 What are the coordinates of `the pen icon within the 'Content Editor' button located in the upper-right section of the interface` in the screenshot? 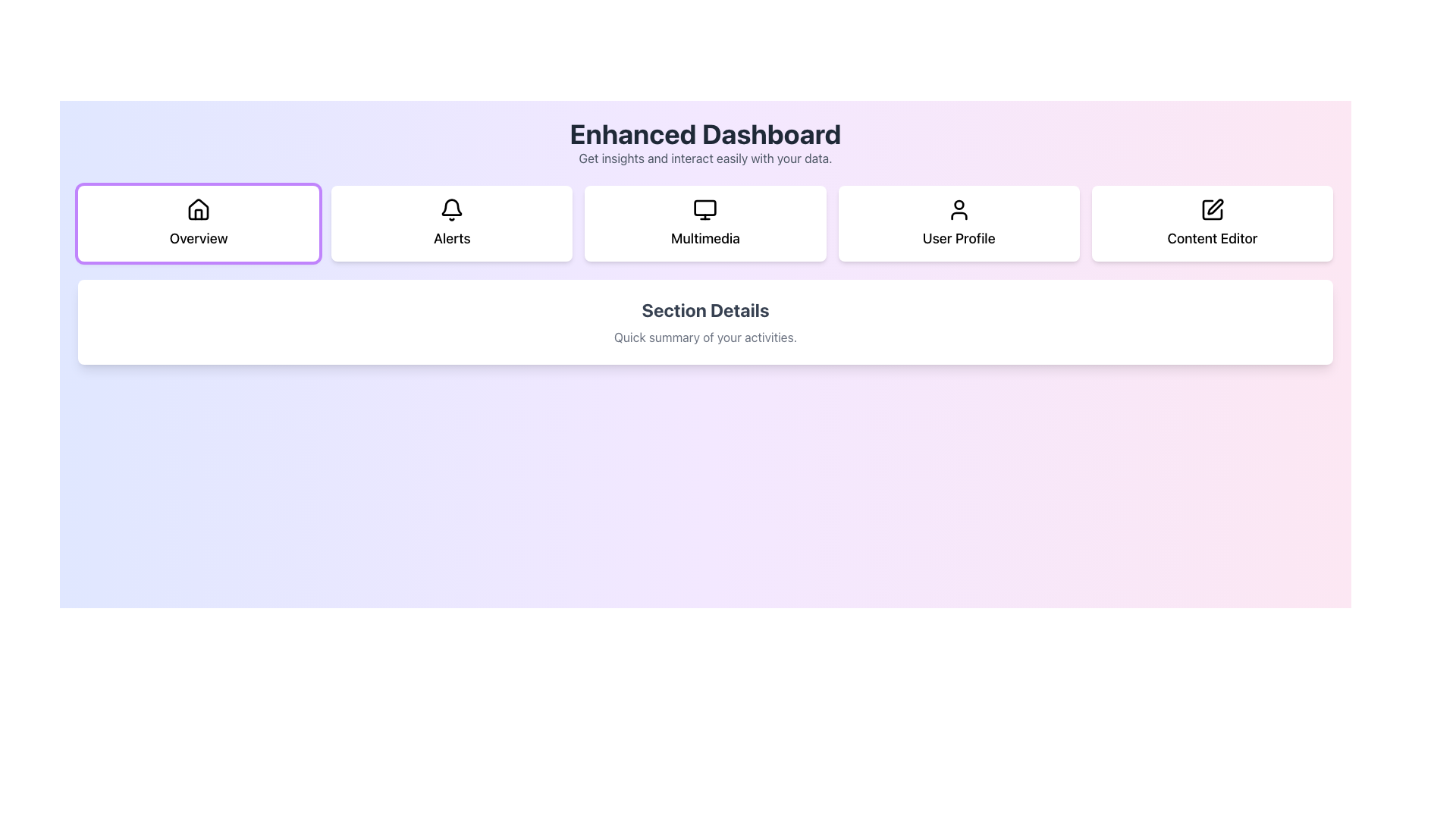 It's located at (1215, 207).